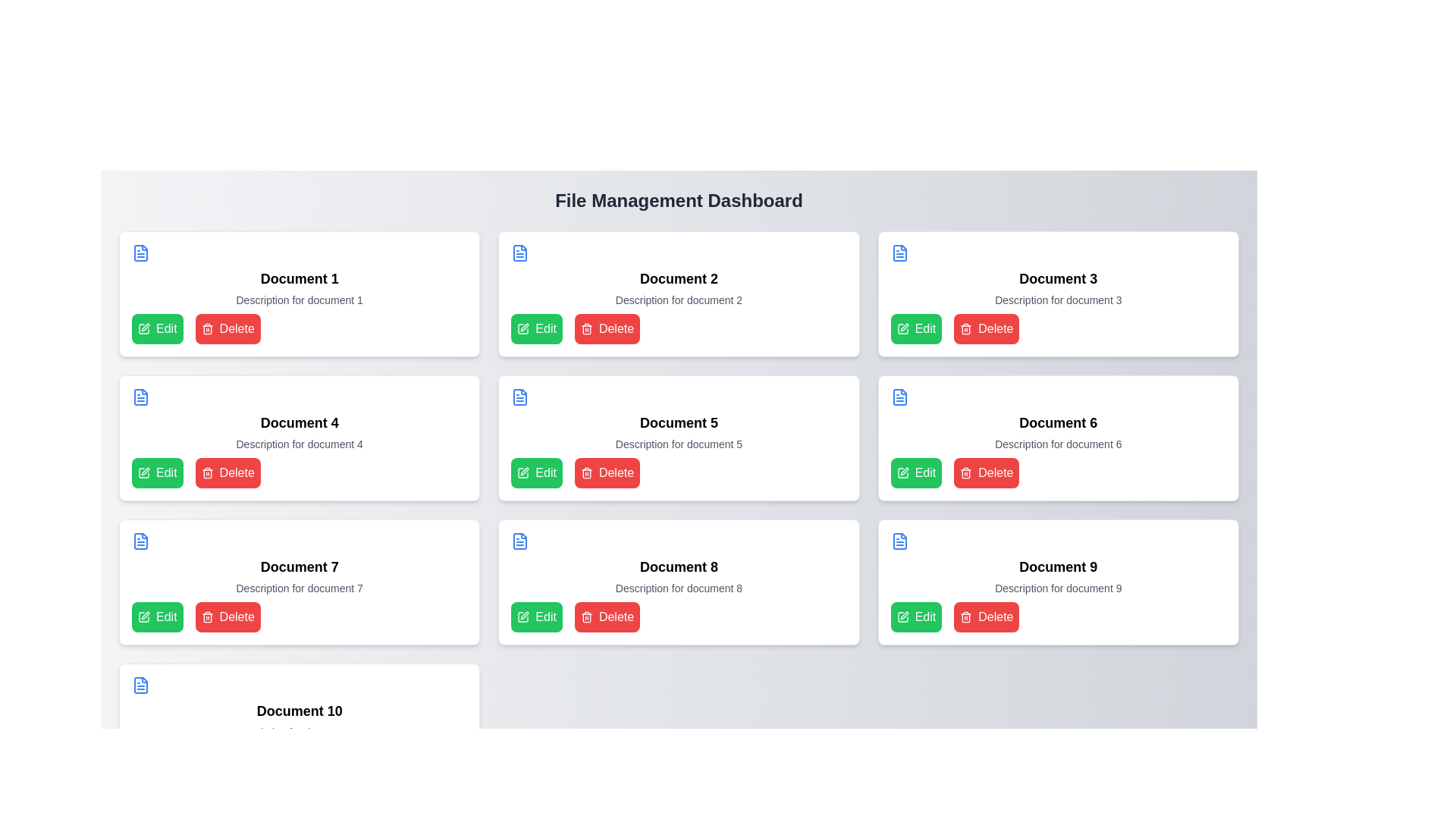 The image size is (1456, 819). Describe the element at coordinates (206, 328) in the screenshot. I see `the delete icon located to the left of the 'Delete' label in the 'Delete' button for 'Document 1'` at that location.